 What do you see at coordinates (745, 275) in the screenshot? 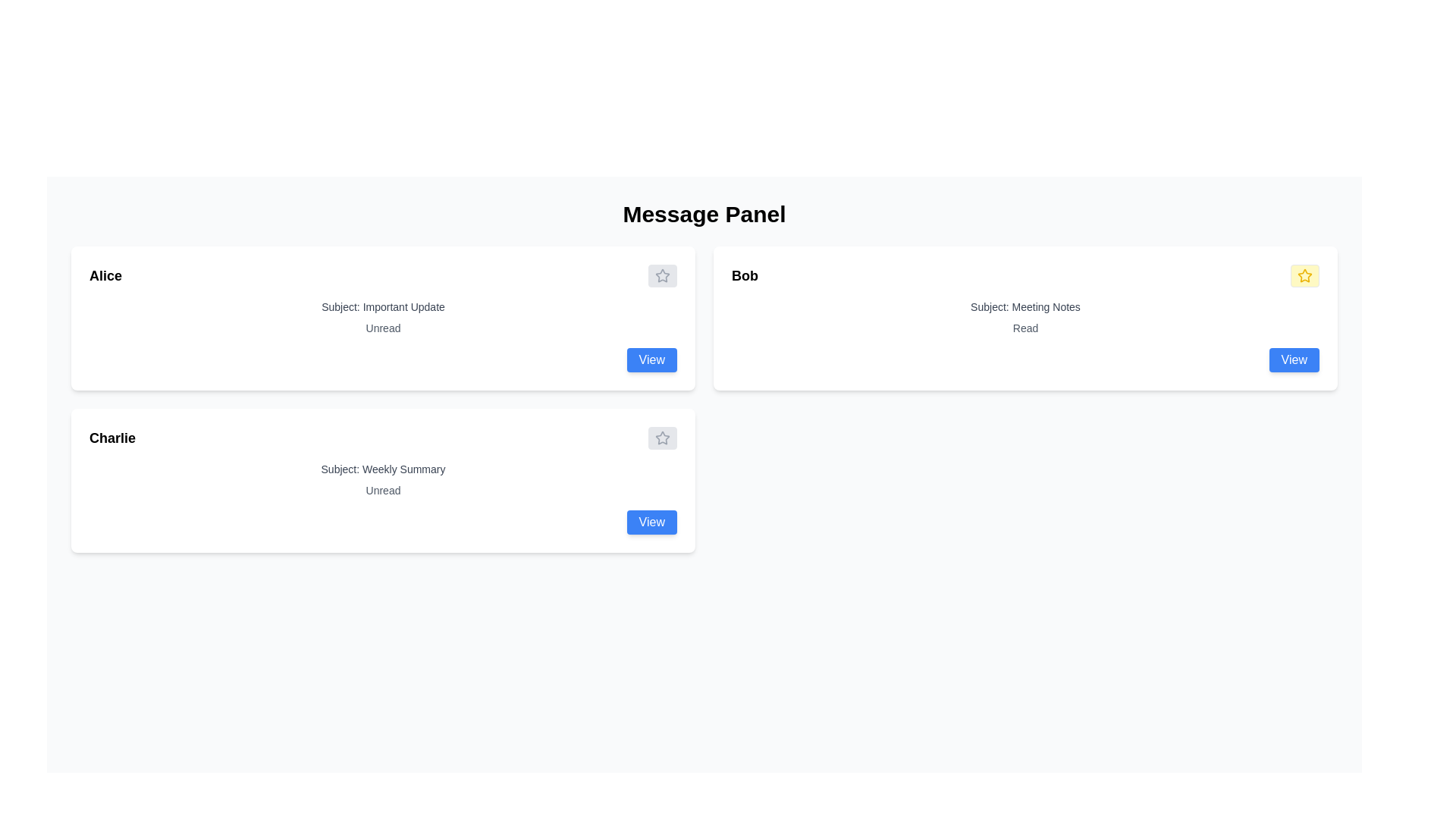
I see `the bold text label reading 'Bob' located at the leftmost section of the top-right card panel` at bounding box center [745, 275].